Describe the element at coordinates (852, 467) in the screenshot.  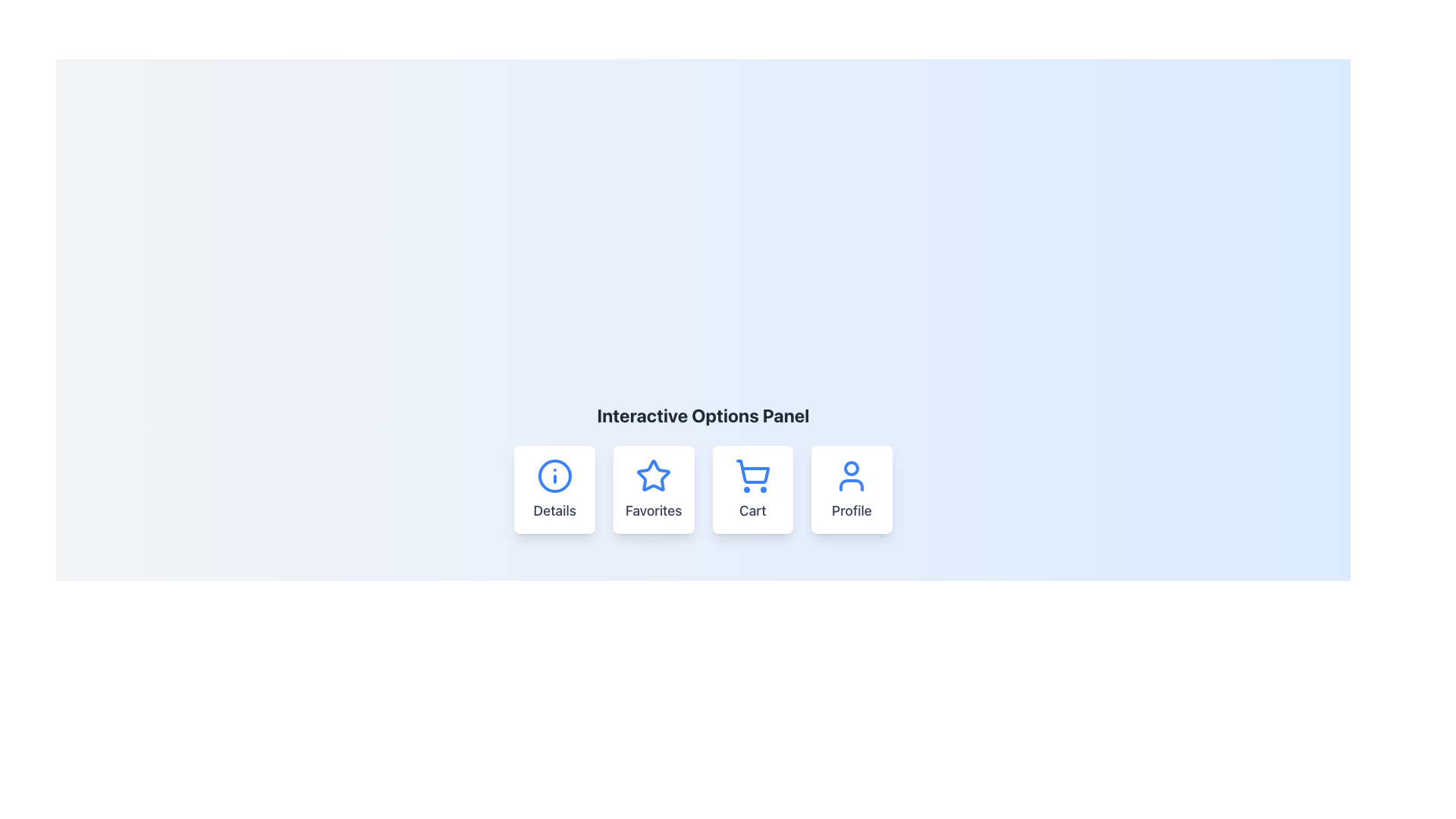
I see `the circular component of the user's profile icon located at the top-center part of the profile icon in the 'Profile' section, which is the fourth option from the left in the row of icons` at that location.